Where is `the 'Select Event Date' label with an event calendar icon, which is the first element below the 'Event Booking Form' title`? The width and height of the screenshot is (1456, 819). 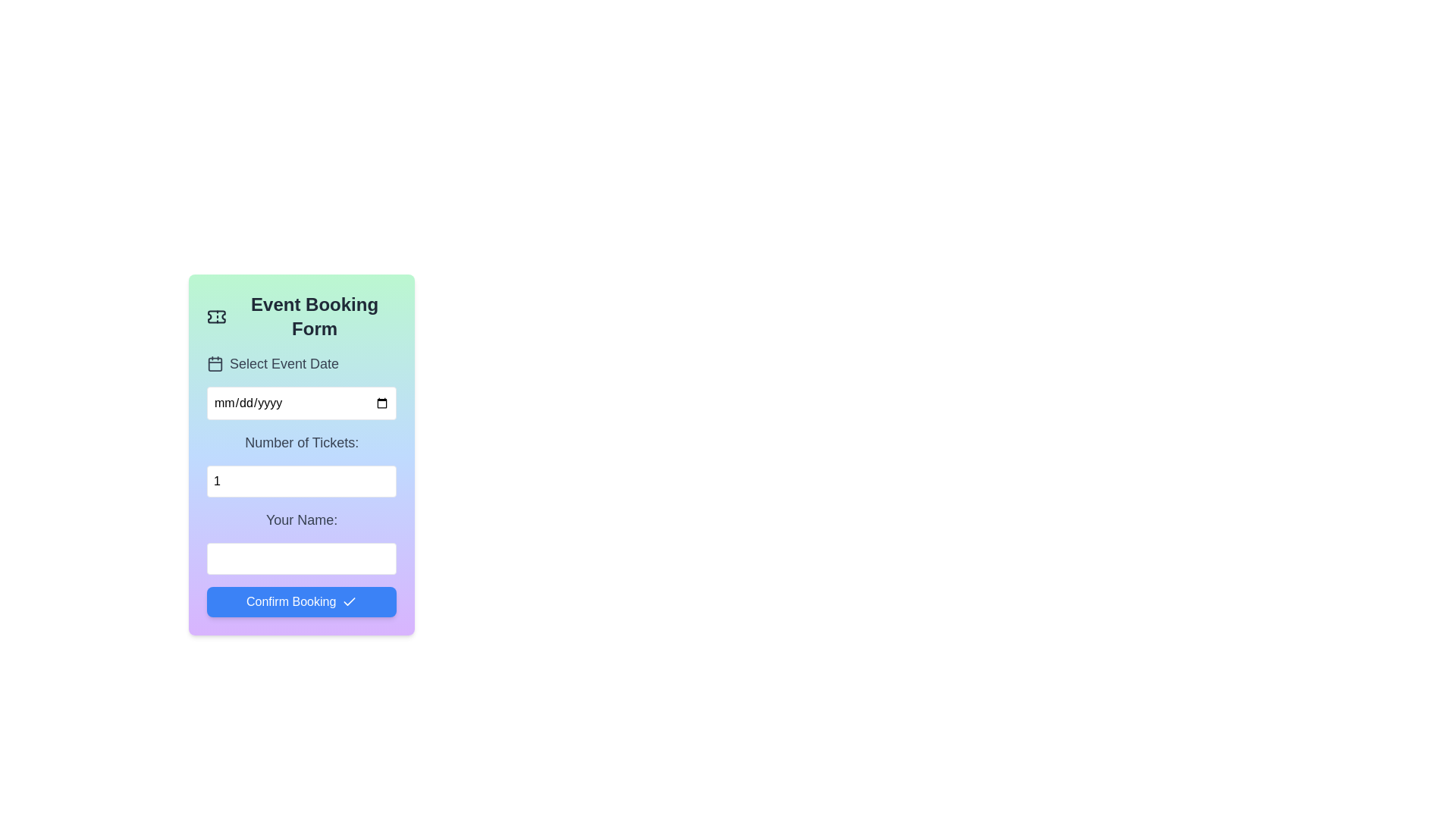
the 'Select Event Date' label with an event calendar icon, which is the first element below the 'Event Booking Form' title is located at coordinates (302, 363).